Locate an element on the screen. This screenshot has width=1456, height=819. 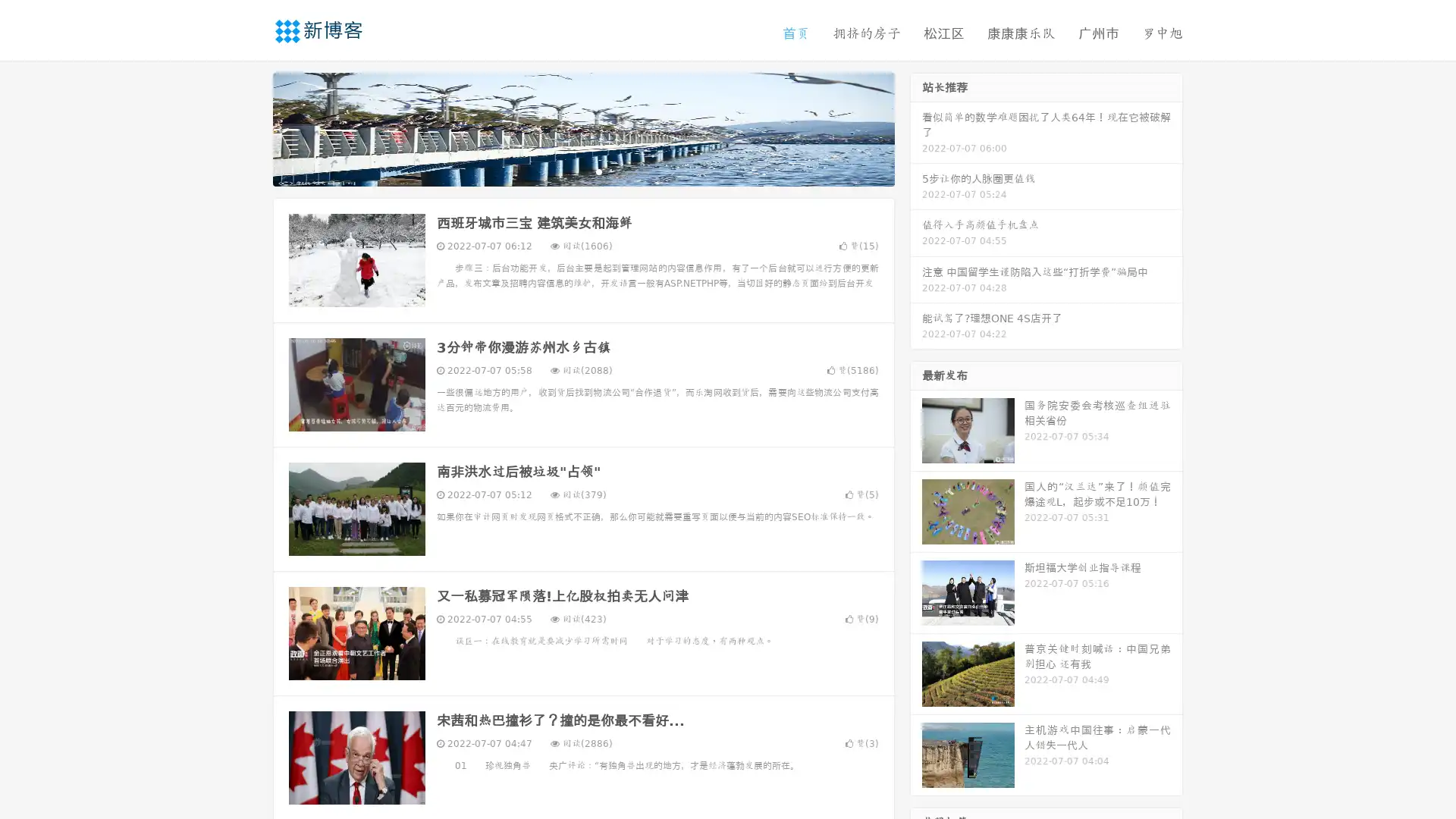
Go to slide 1 is located at coordinates (567, 171).